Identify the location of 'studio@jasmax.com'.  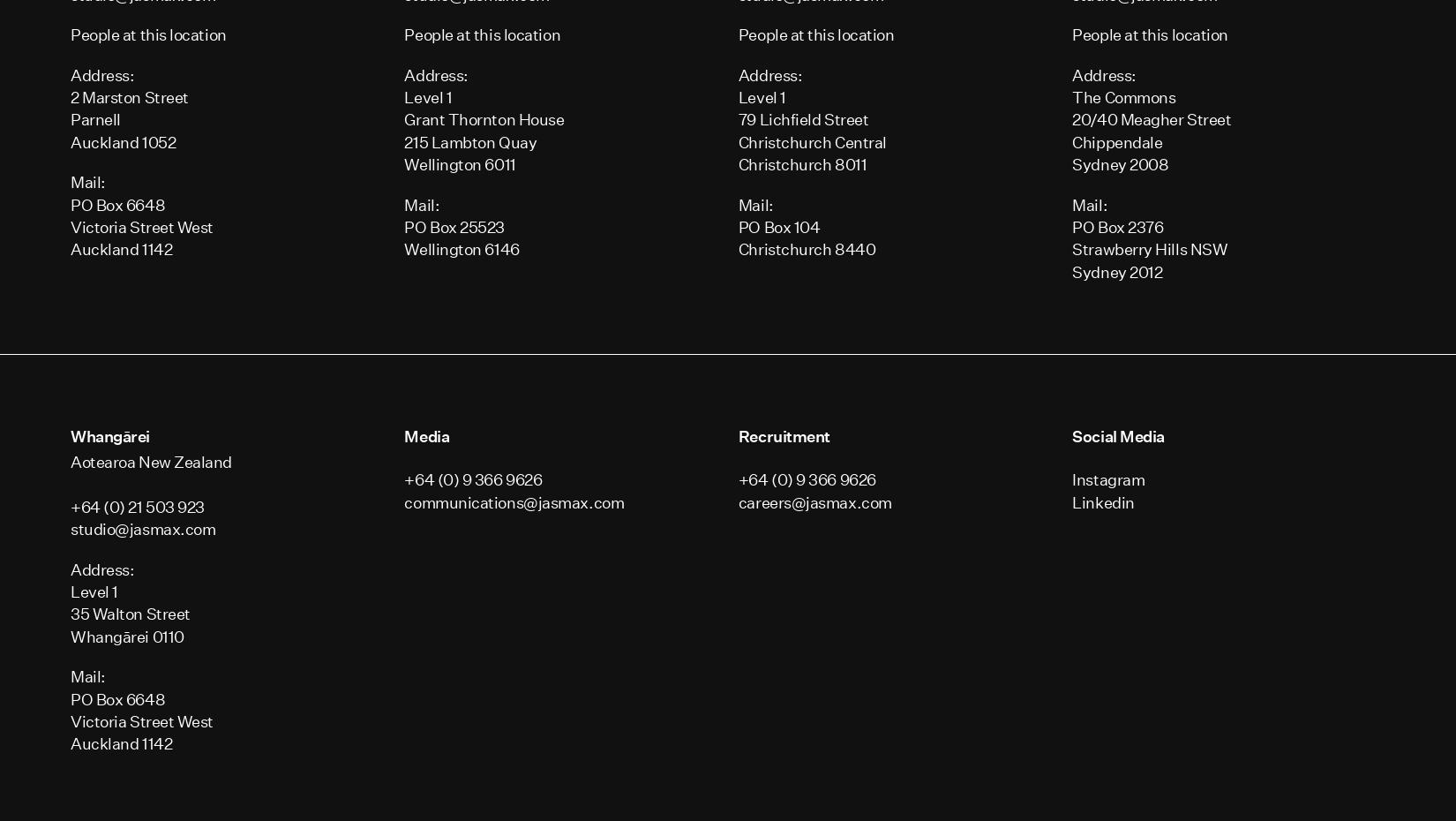
(71, 529).